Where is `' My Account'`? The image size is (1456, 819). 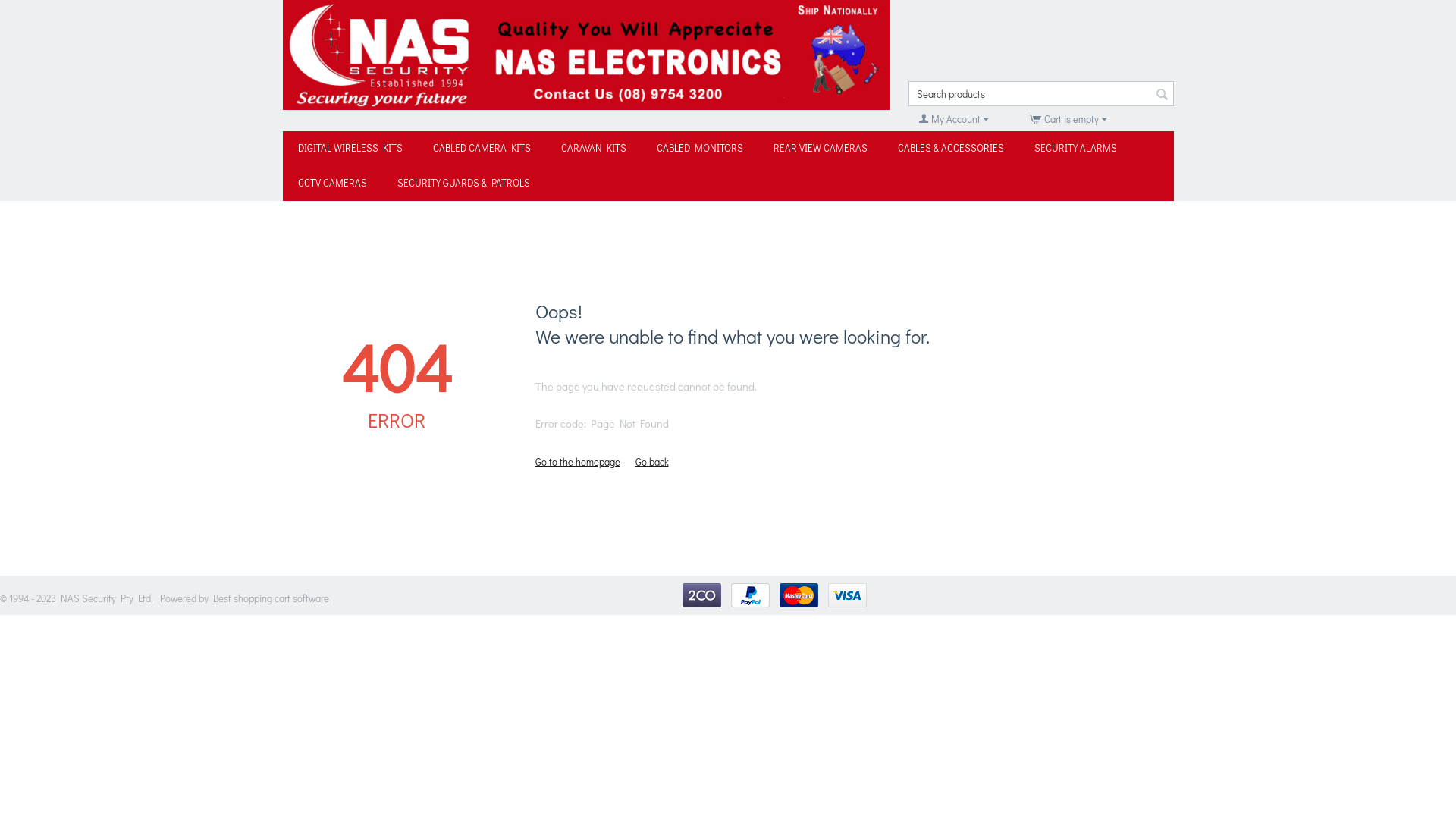
' My Account' is located at coordinates (952, 118).